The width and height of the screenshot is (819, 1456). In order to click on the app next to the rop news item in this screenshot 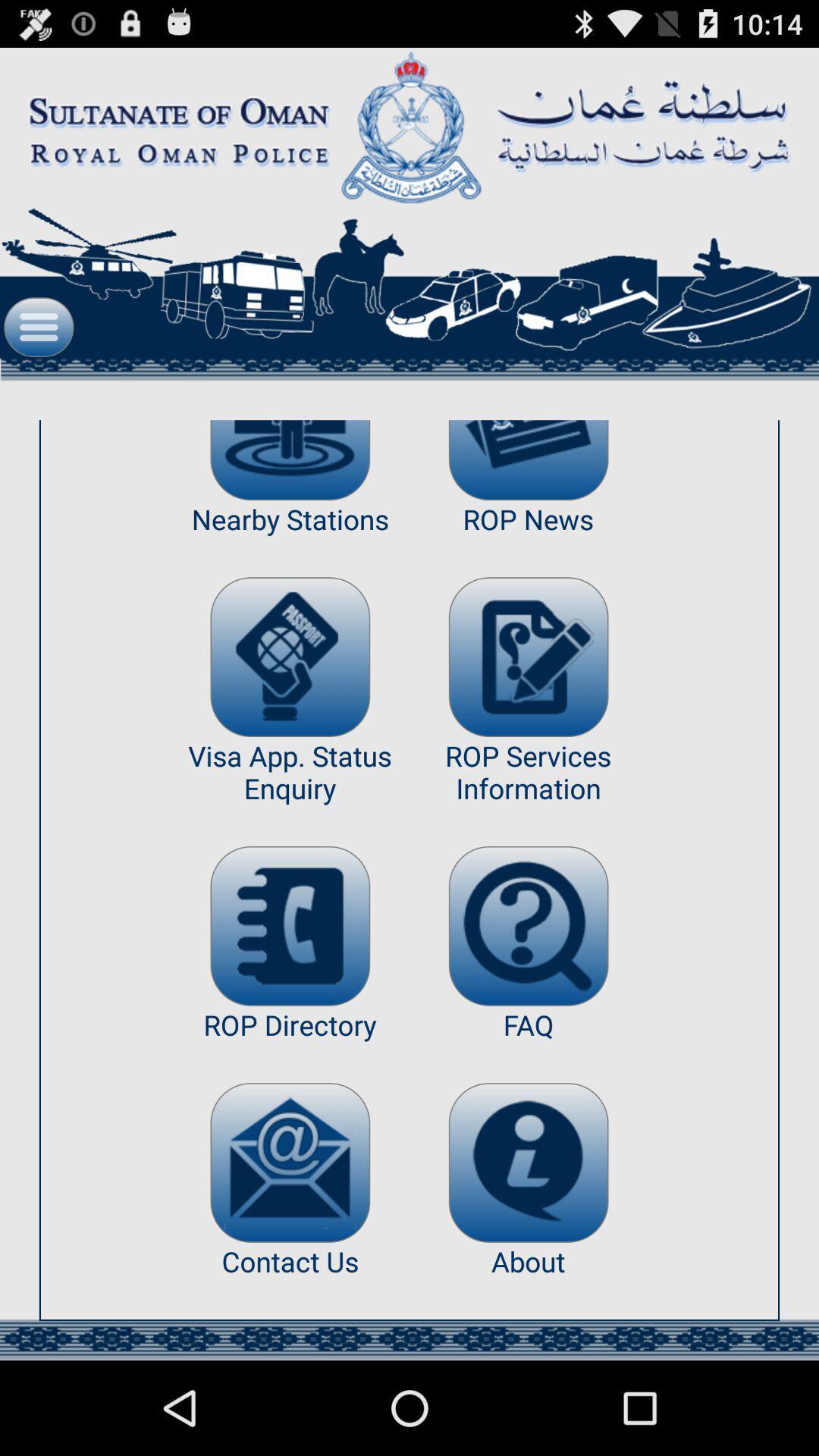, I will do `click(290, 657)`.